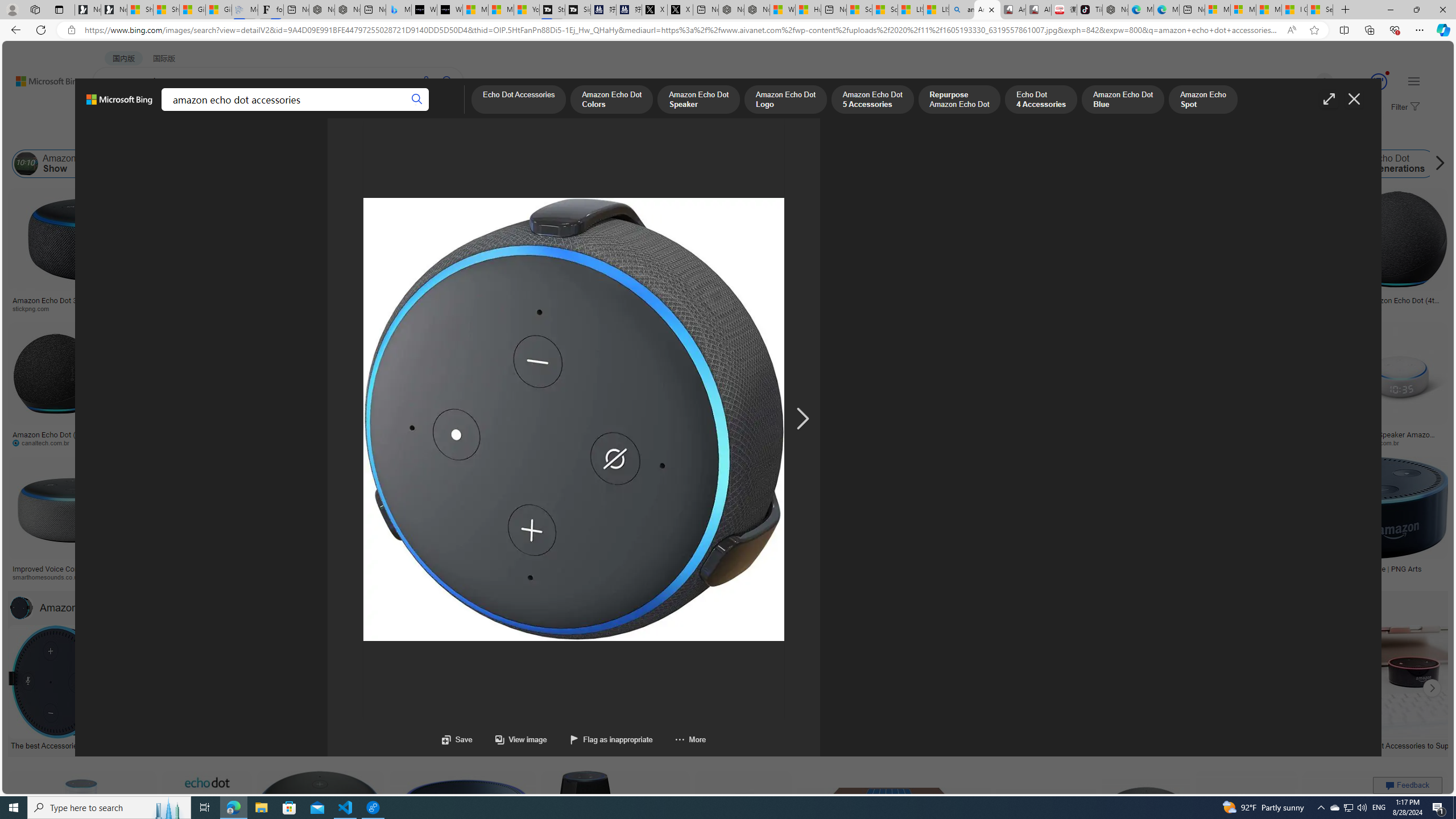 The width and height of the screenshot is (1456, 819). I want to click on 'Improved Voice Control with Sonos & Alexa Echo devices', so click(72, 573).